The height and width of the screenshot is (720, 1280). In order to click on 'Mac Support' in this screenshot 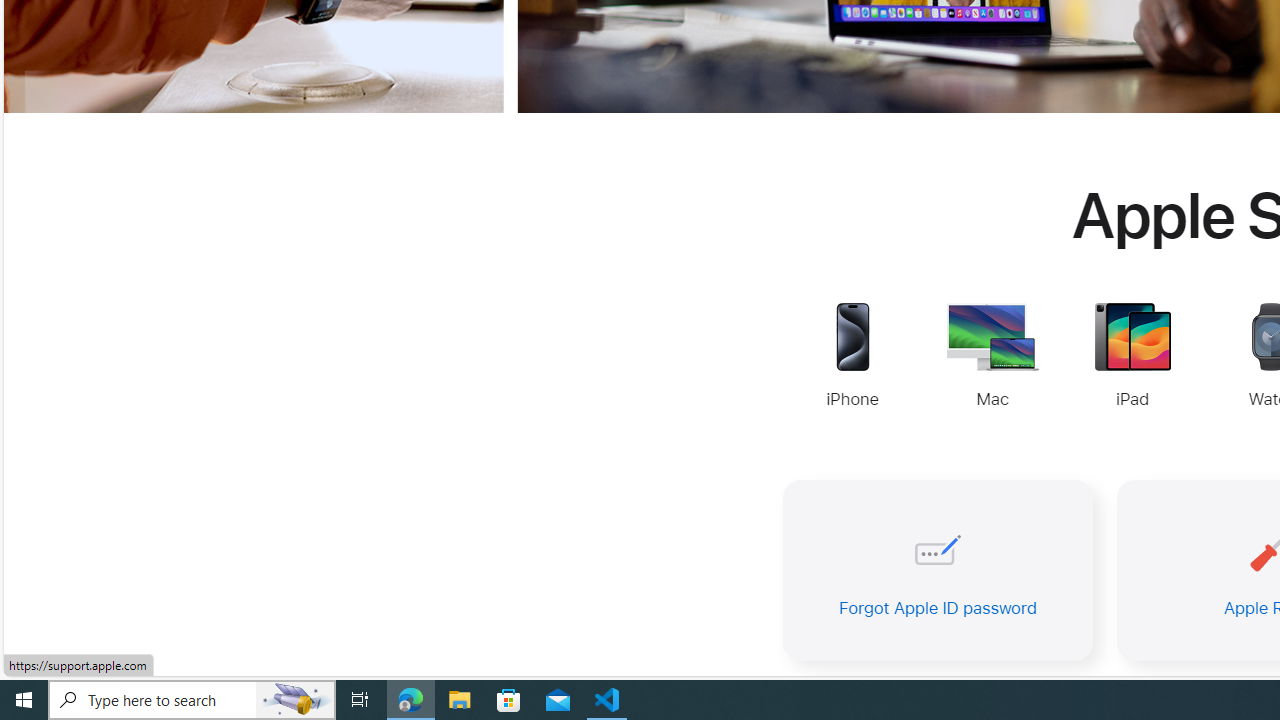, I will do `click(992, 357)`.